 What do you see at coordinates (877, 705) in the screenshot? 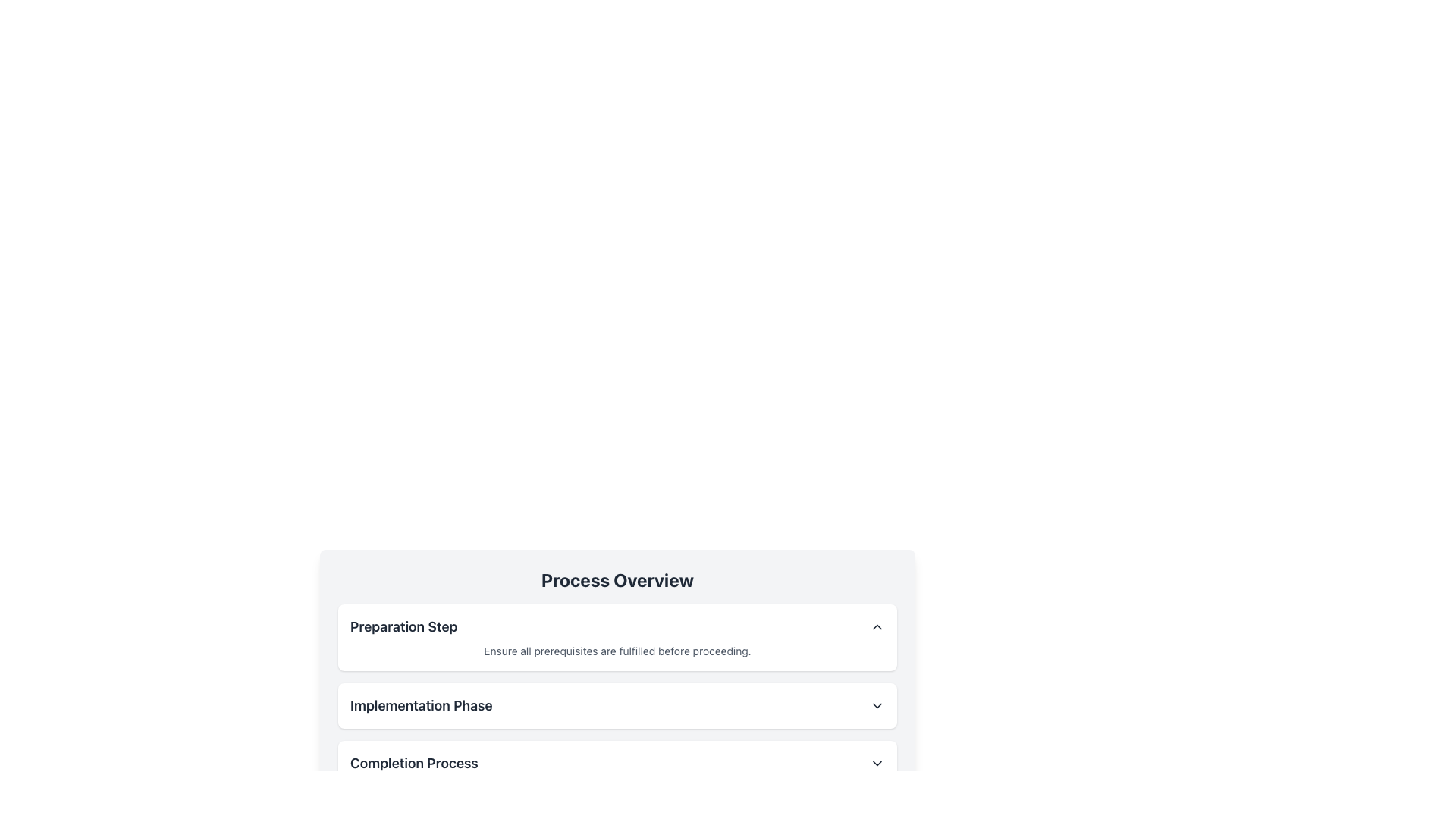
I see `the chevron-down icon located to the right of the 'Implementation Phase' text to trigger hover effects` at bounding box center [877, 705].